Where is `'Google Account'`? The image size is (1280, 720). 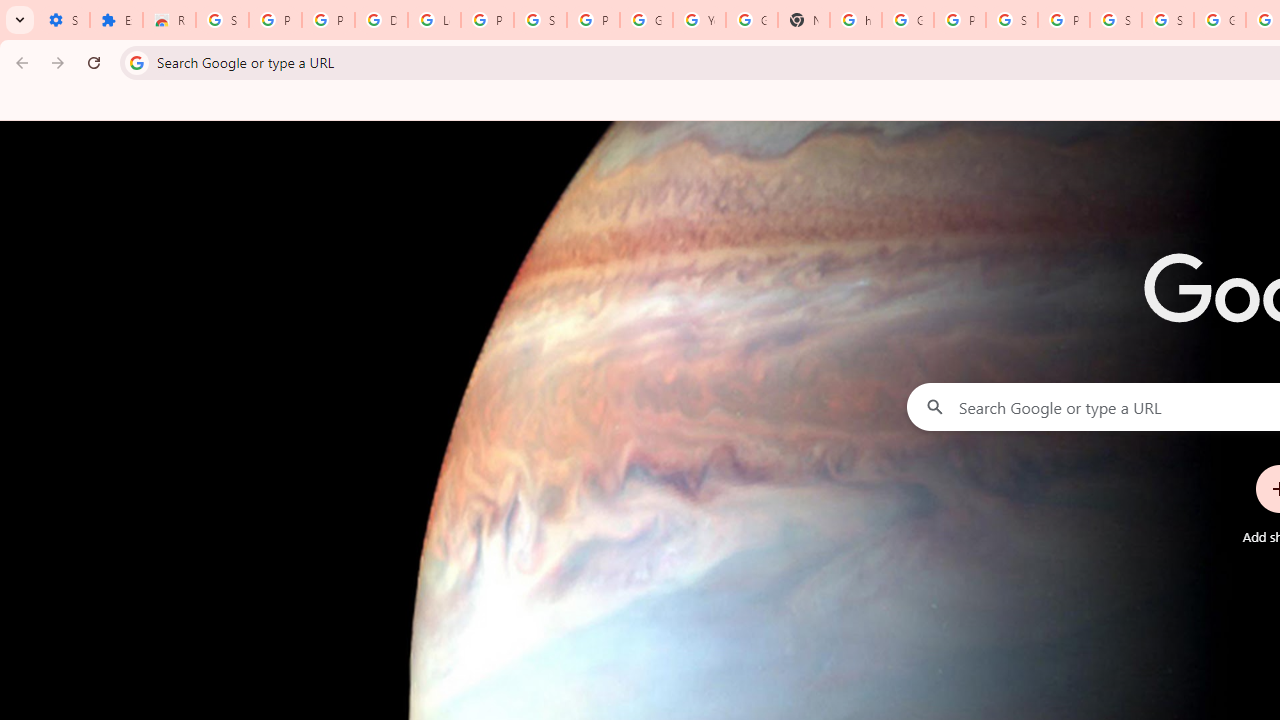
'Google Account' is located at coordinates (646, 20).